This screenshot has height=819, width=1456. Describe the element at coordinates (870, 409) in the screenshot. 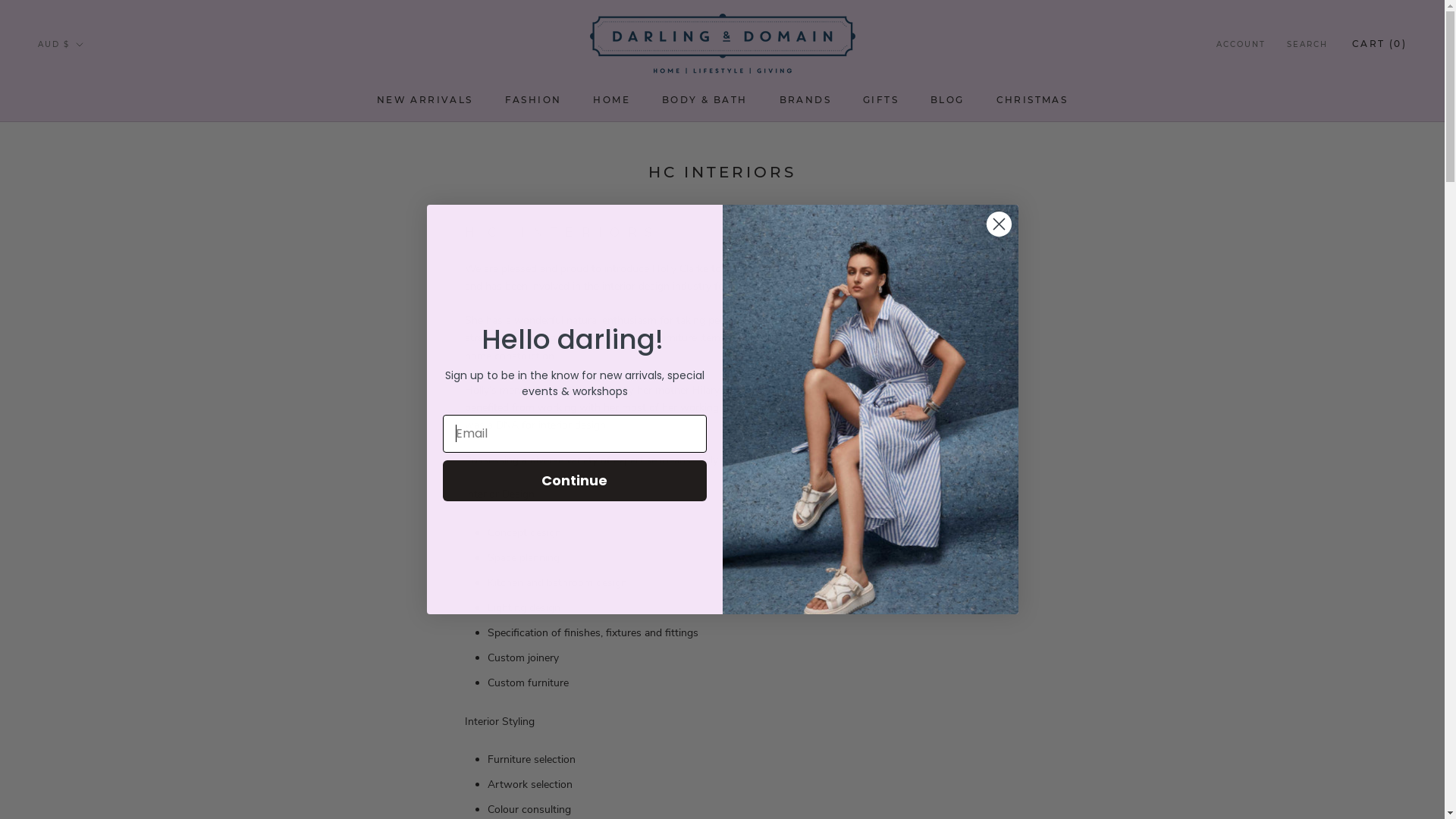

I see `'Hello darling, welcome to Darling & Domain'` at that location.